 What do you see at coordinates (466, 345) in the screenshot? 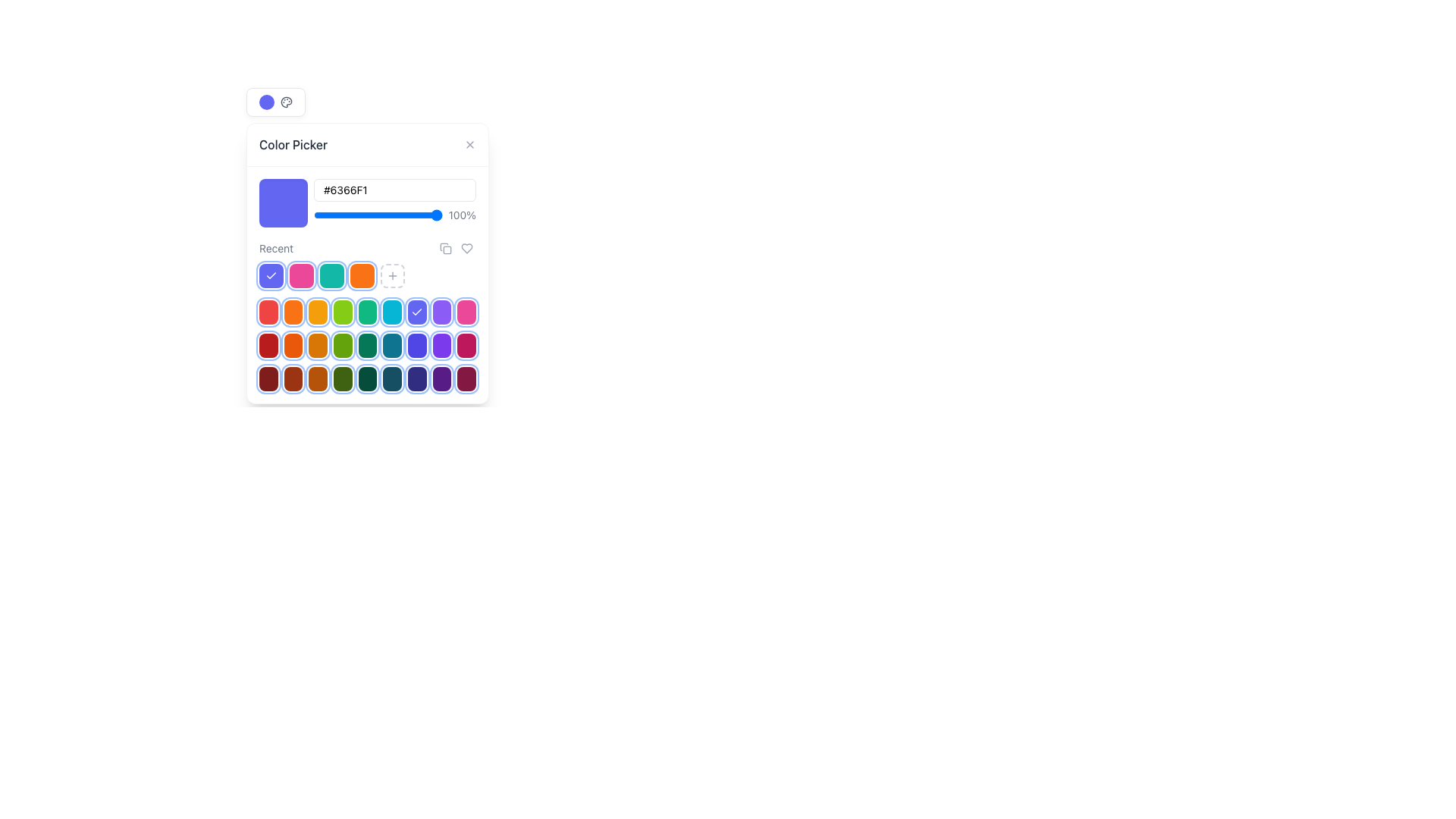
I see `the vibrant pink button with rounded corners, which is the last button in a grid of color buttons at the bottom of the color picker interface, to potentially open a context menu` at bounding box center [466, 345].